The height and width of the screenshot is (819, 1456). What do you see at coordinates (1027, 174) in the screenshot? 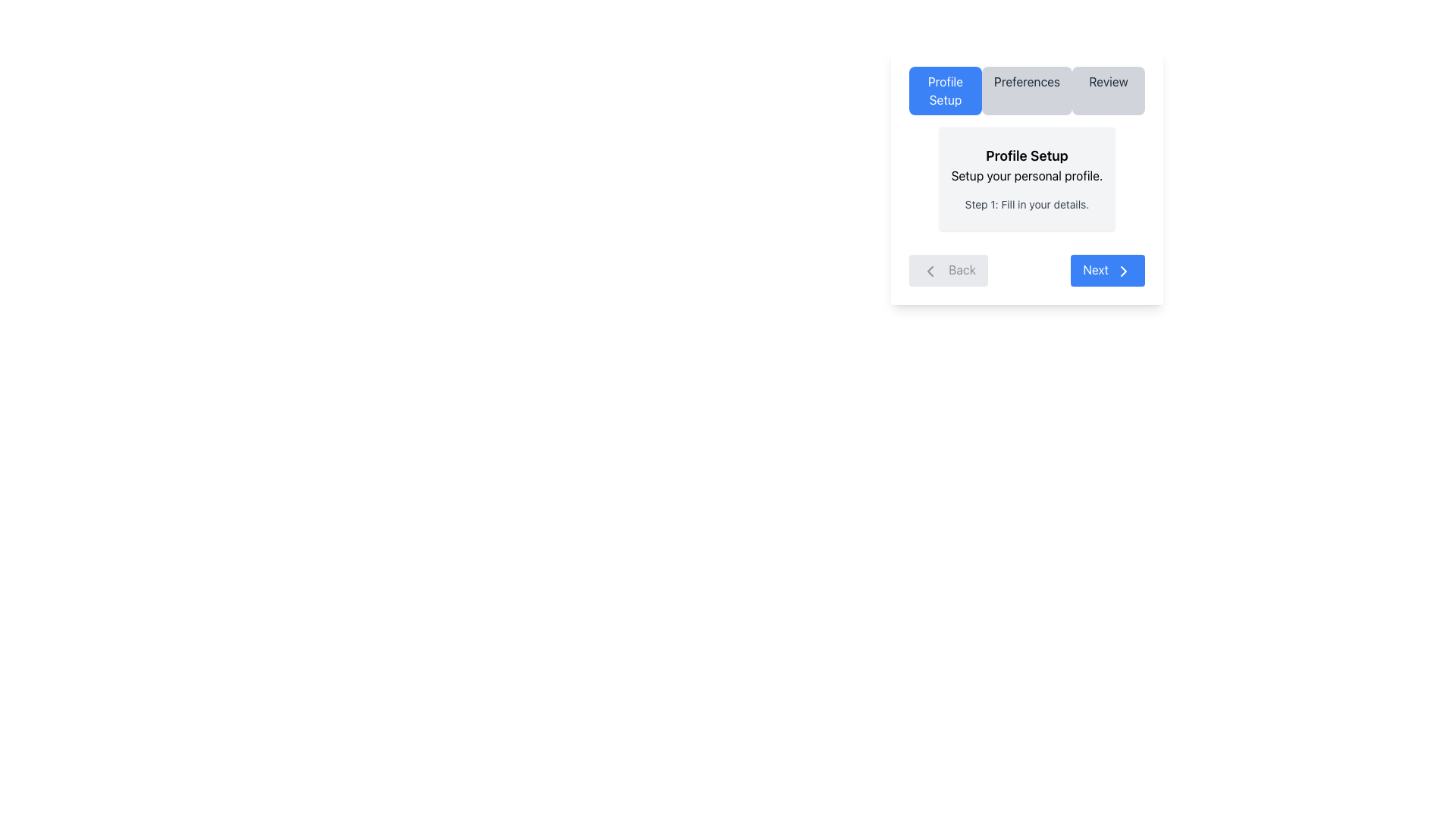
I see `the static text element that states 'Setup your personal profile.' which is positioned below the title 'Profile Setup.'` at bounding box center [1027, 174].